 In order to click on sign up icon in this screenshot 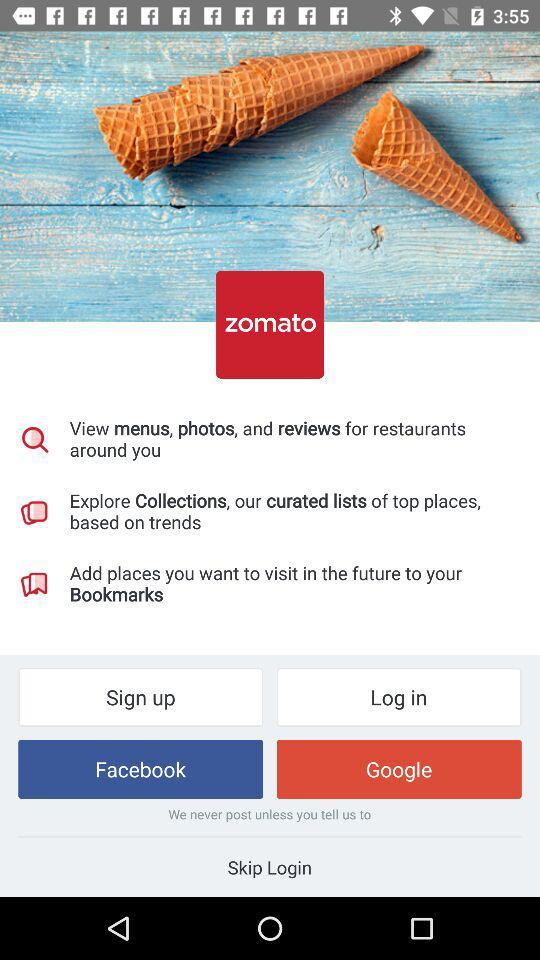, I will do `click(139, 697)`.